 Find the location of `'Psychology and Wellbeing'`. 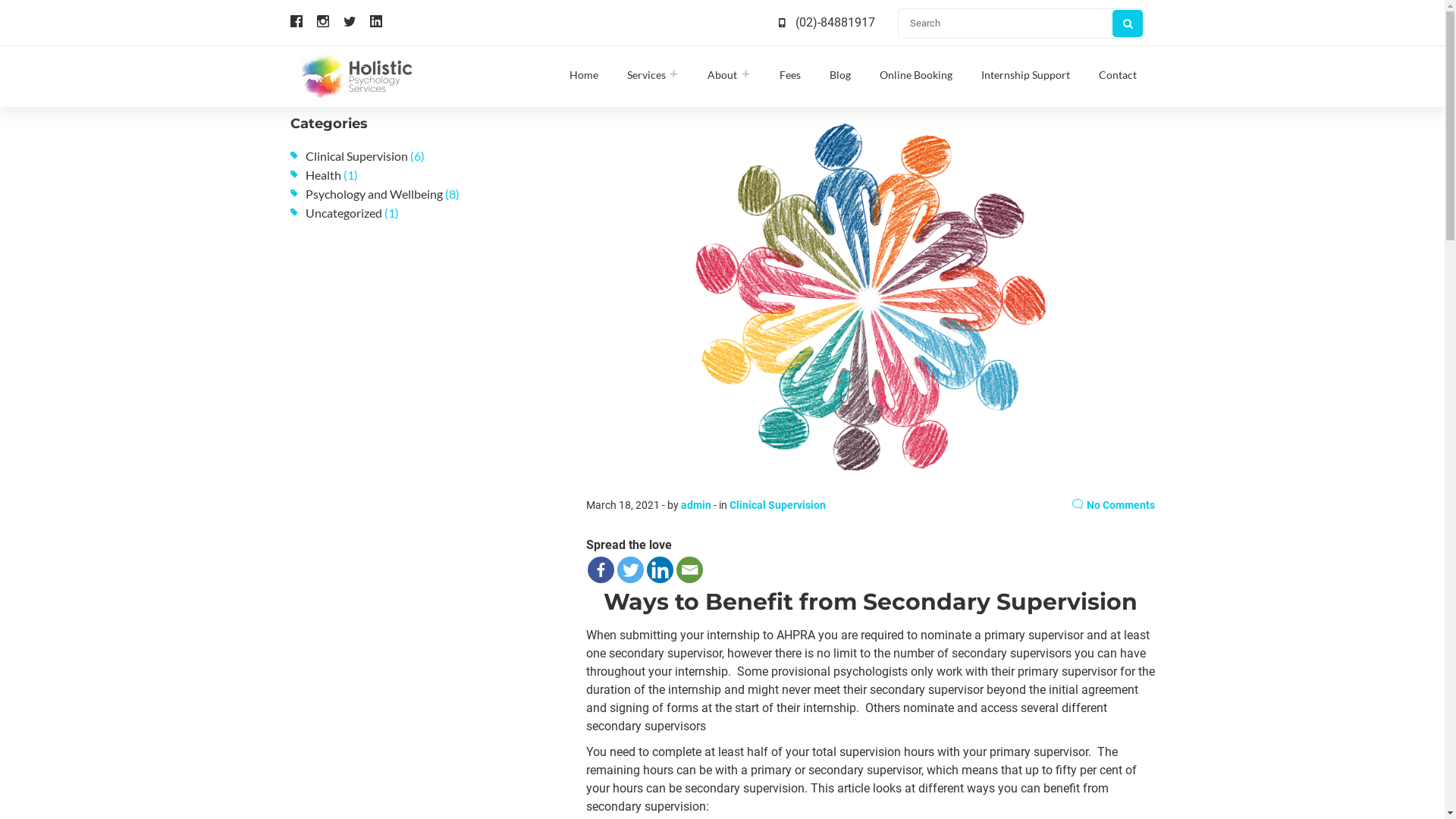

'Psychology and Wellbeing' is located at coordinates (373, 193).